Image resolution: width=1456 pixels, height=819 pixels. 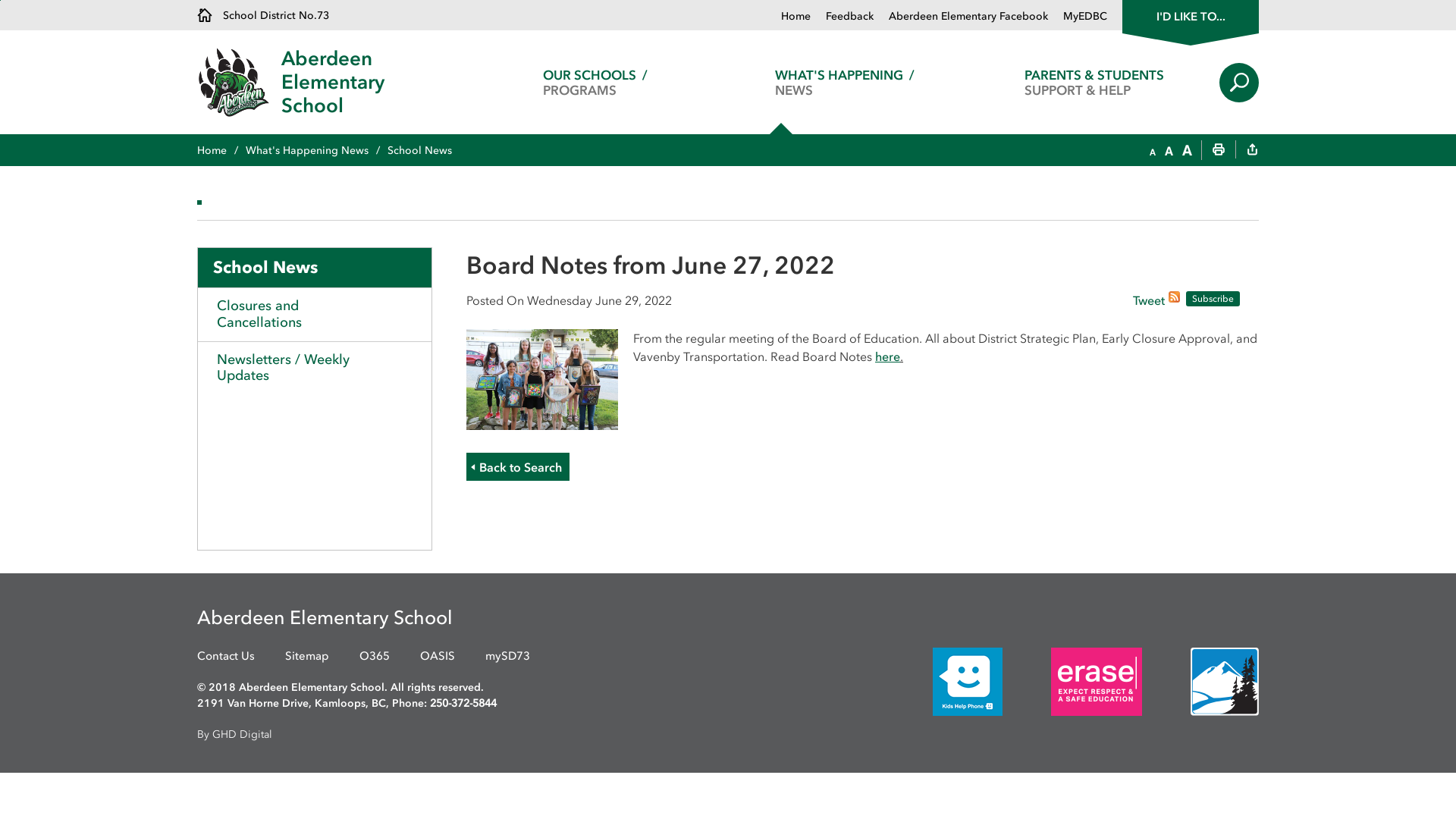 I want to click on 'Closures and Cancellations', so click(x=313, y=312).